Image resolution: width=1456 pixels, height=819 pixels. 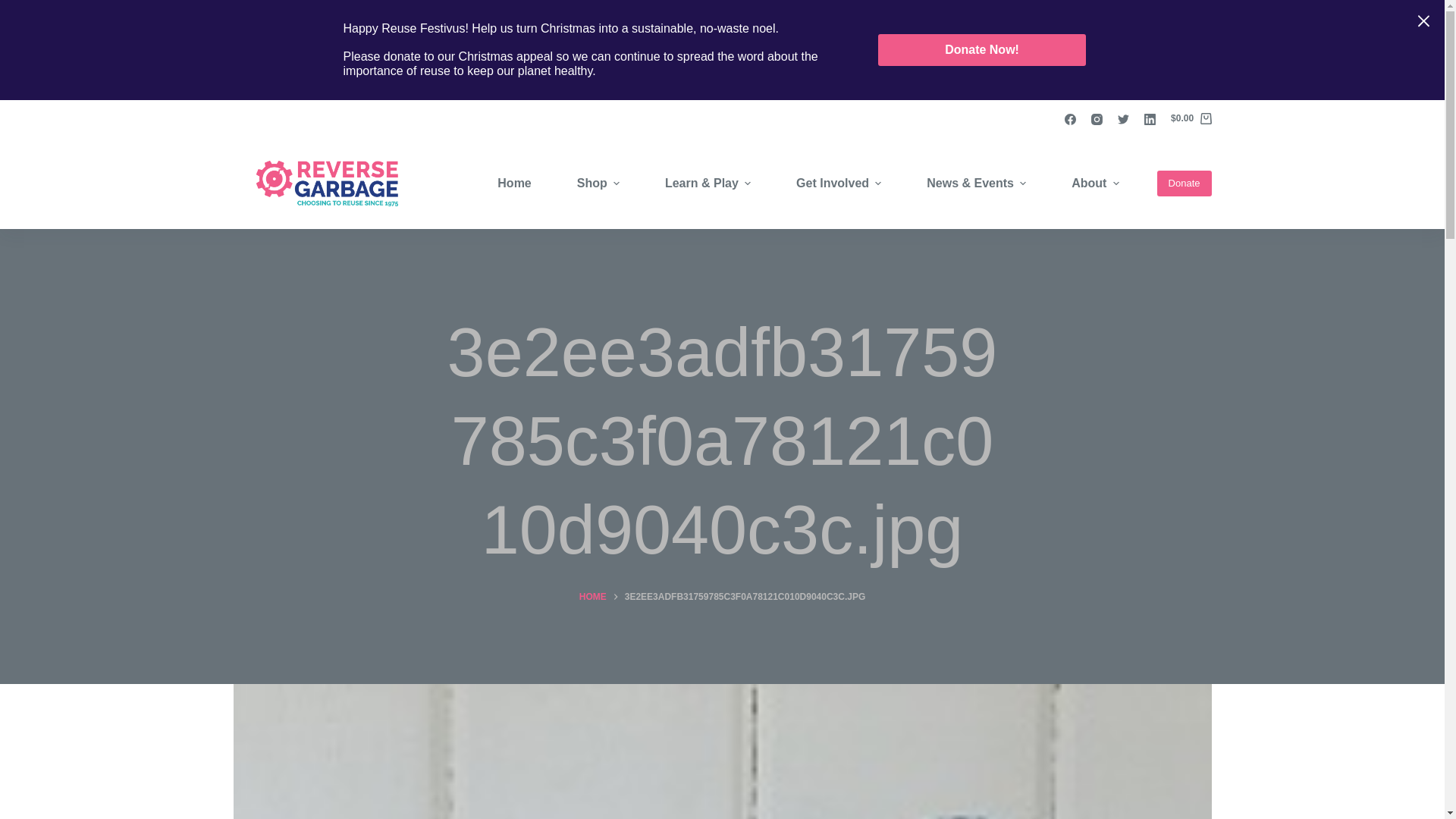 What do you see at coordinates (642, 183) in the screenshot?
I see `'Learn & Play'` at bounding box center [642, 183].